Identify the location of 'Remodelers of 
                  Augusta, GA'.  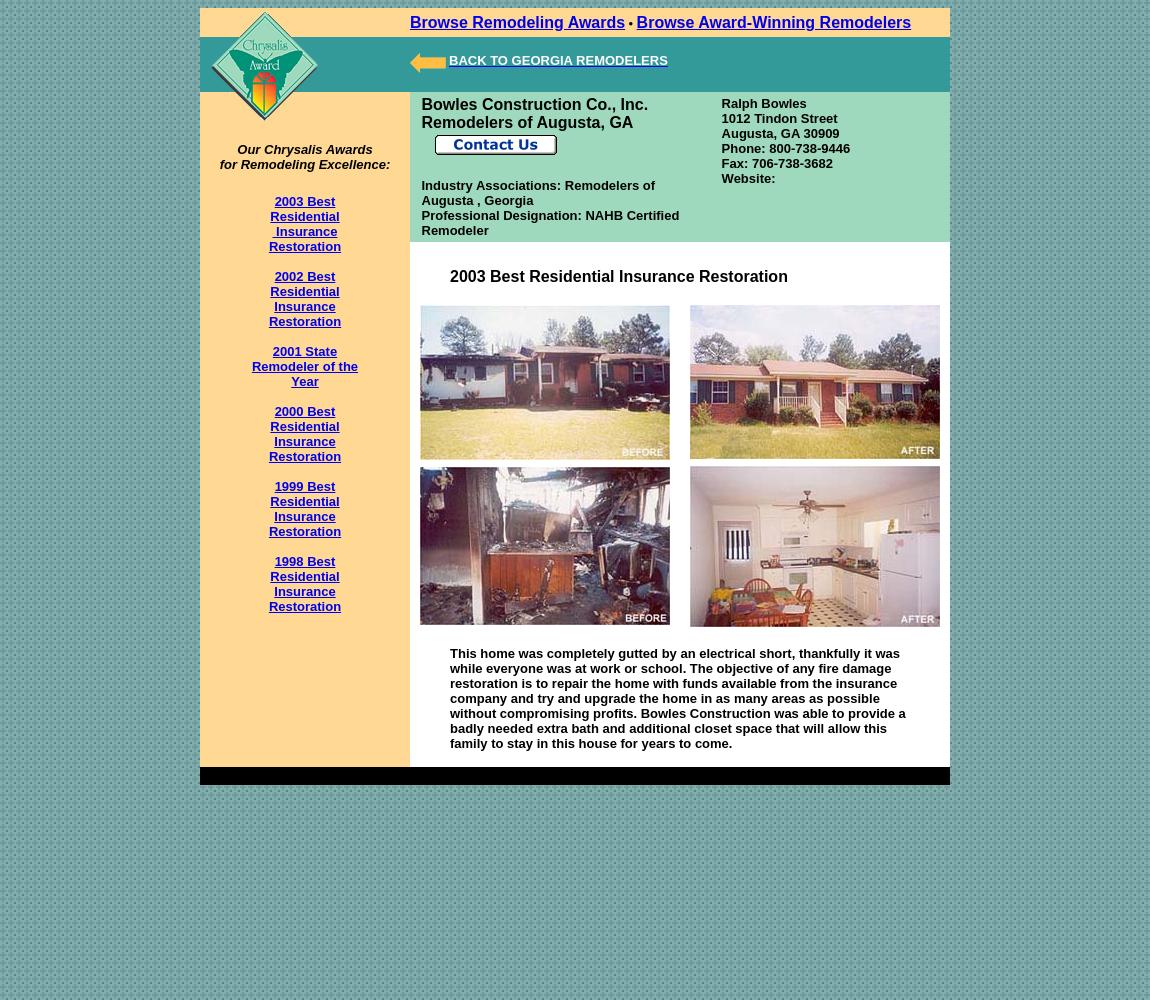
(527, 121).